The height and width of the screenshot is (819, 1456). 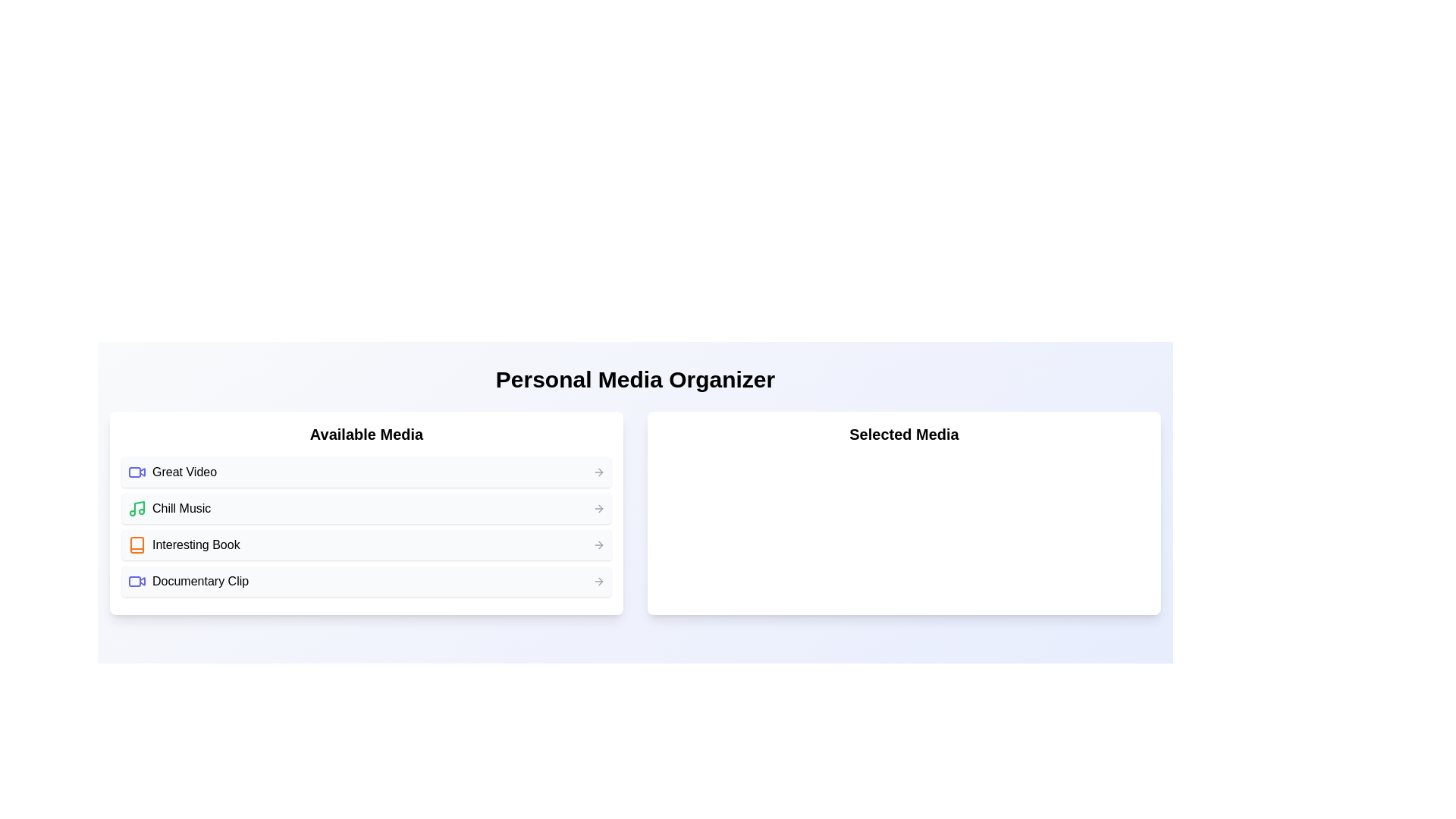 I want to click on the decorative part of the music icon related to the 'Chill Music' list item, so click(x=139, y=507).